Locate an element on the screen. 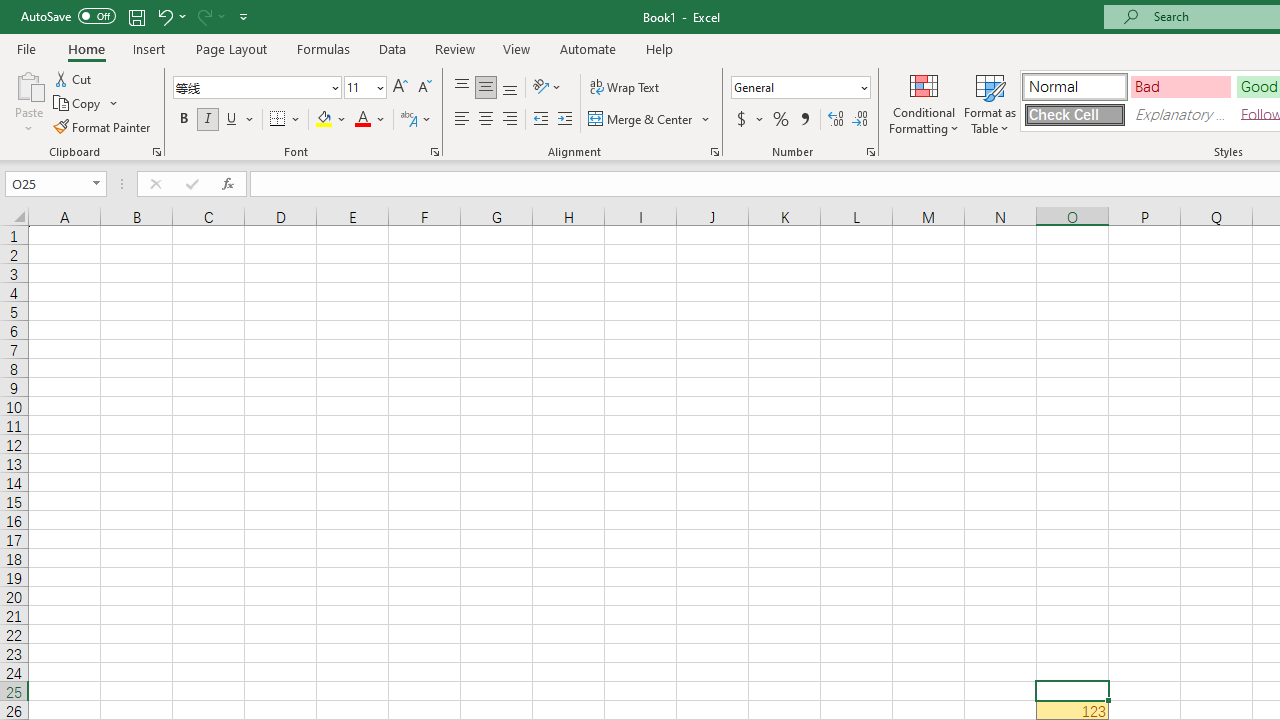 Image resolution: width=1280 pixels, height=720 pixels. 'Show Phonetic Field' is located at coordinates (415, 119).